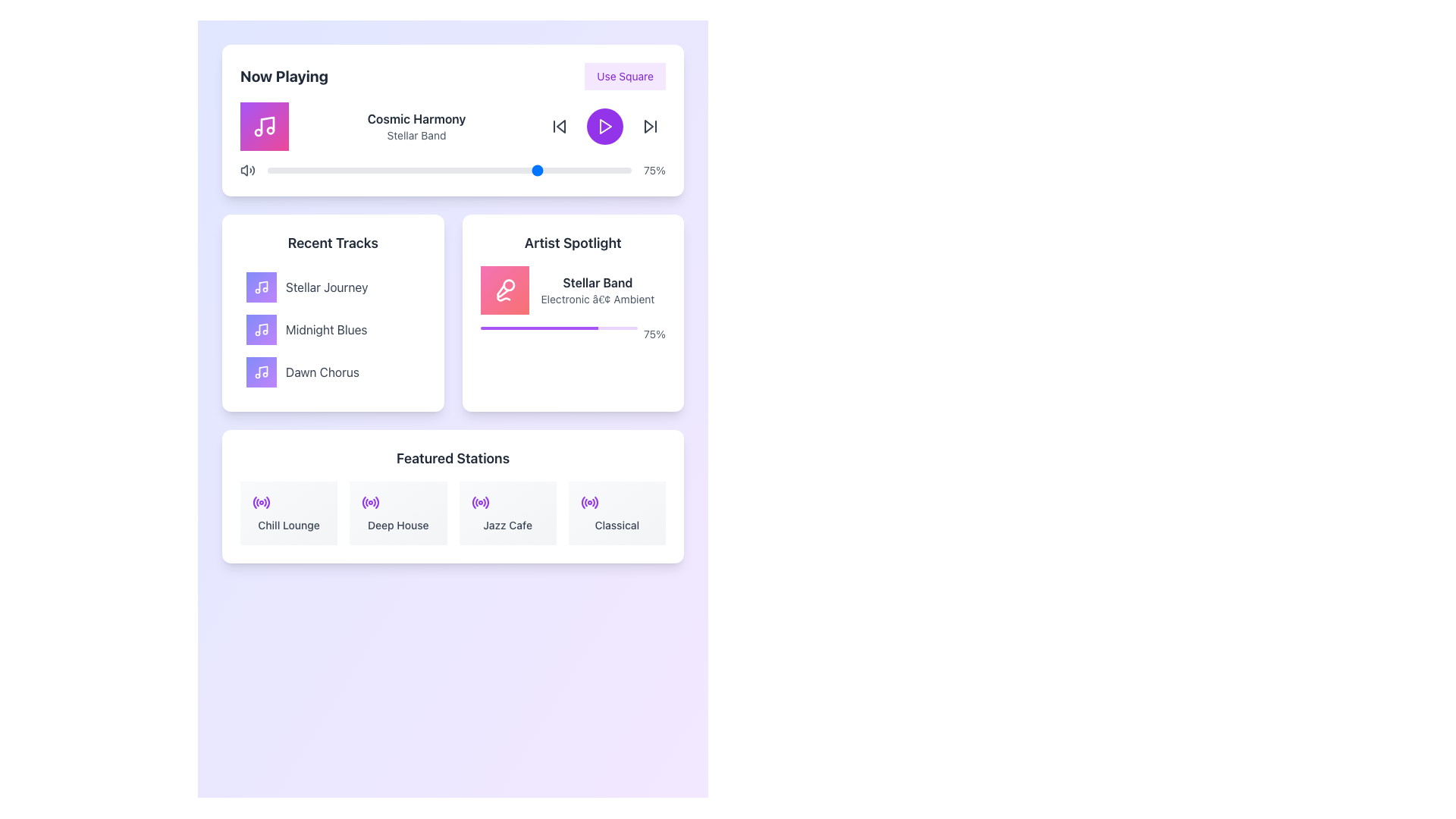 This screenshot has width=1456, height=819. Describe the element at coordinates (332, 312) in the screenshot. I see `title and content of the 'Recent Tracks' section, which displays a list of three tracks: 'Stellar Journey', 'Midnight Blues', and 'Dawn Chorus'` at that location.